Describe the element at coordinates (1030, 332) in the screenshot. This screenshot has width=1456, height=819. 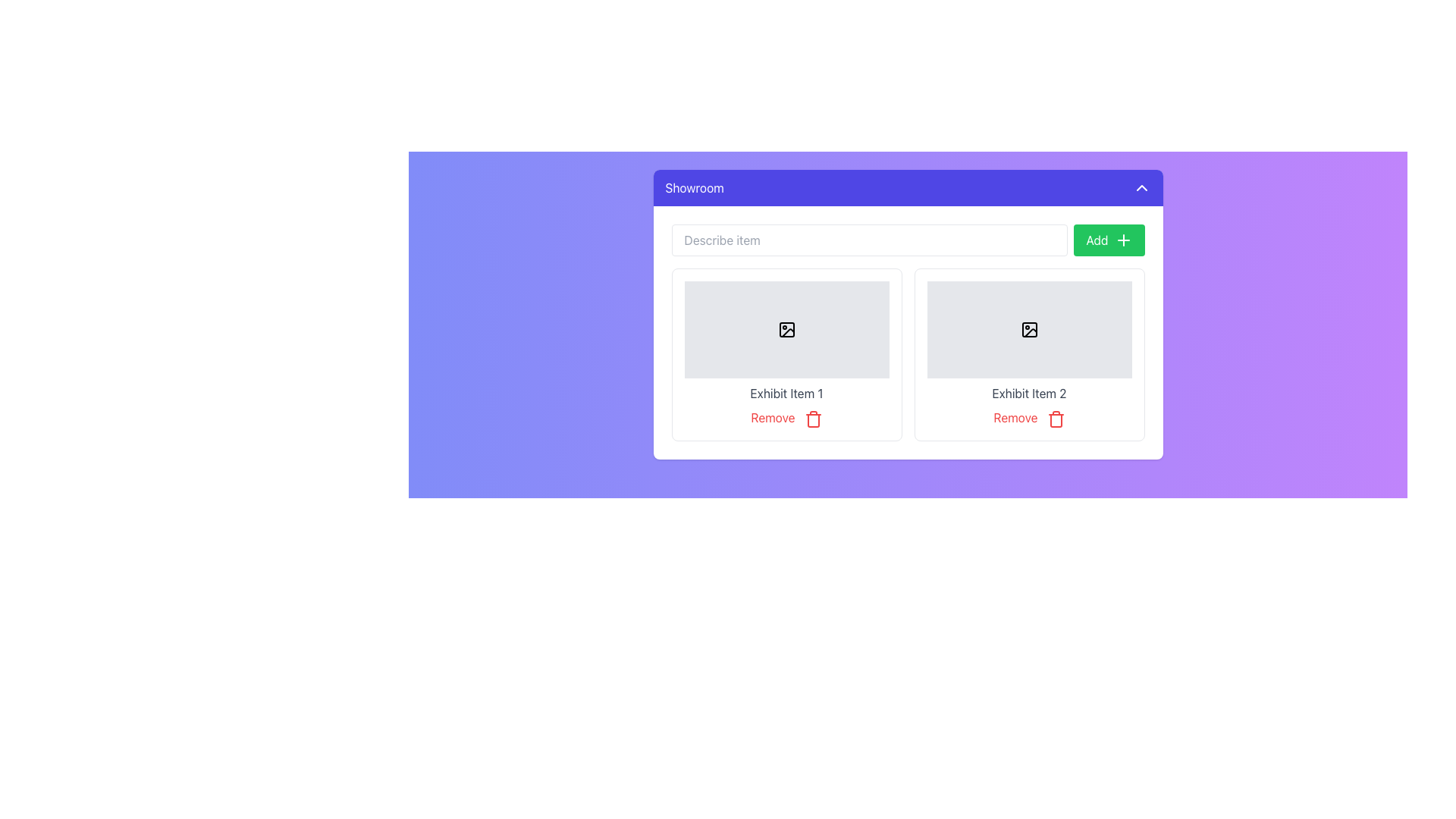
I see `the image placeholder icon in Exhibit Item 2, which indicates where an image is supposed to be displayed when it fails to load` at that location.